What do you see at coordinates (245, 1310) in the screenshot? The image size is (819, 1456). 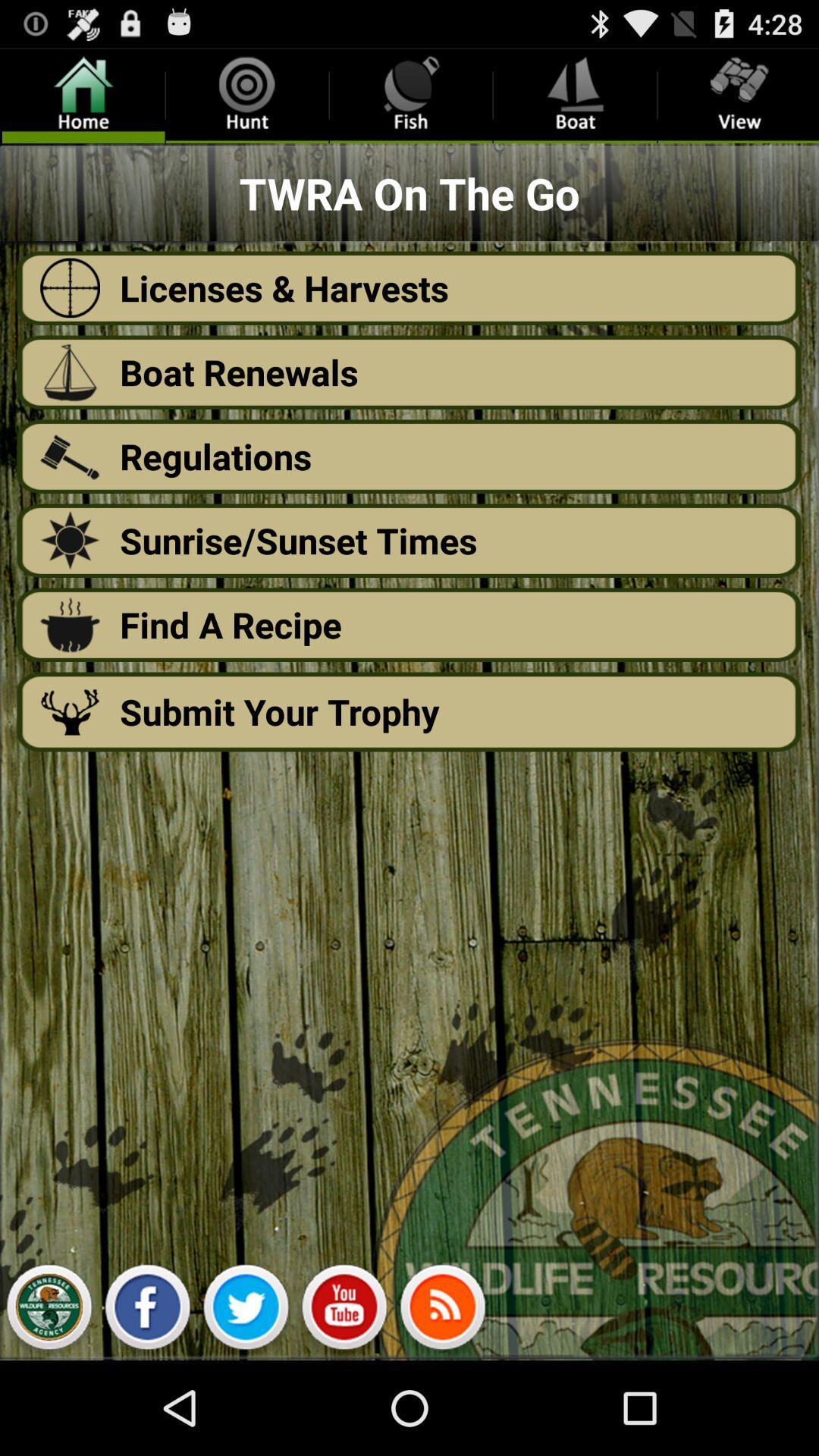 I see `item below submit your trophy icon` at bounding box center [245, 1310].